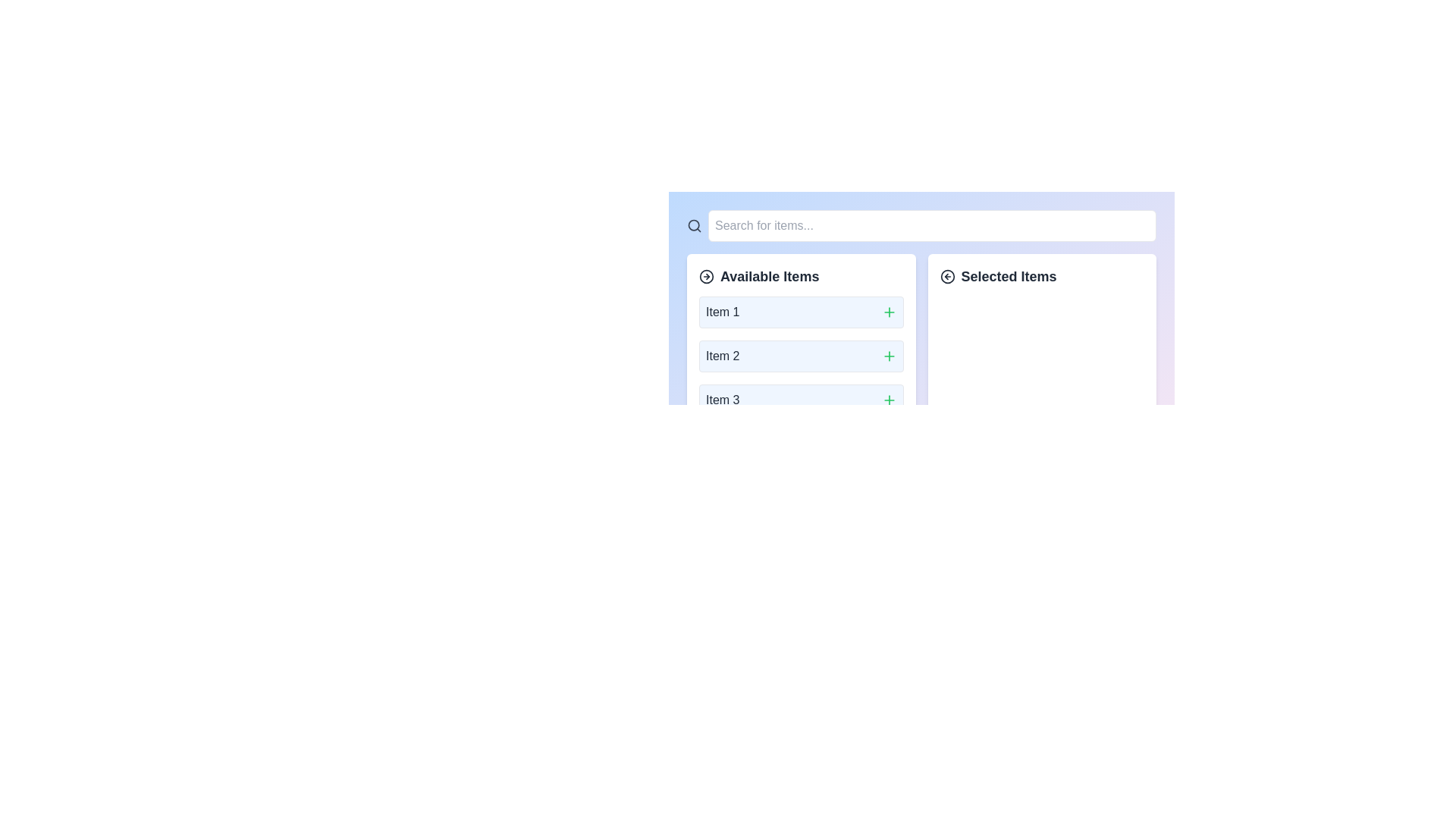  What do you see at coordinates (800, 356) in the screenshot?
I see `the second list item in the 'Available Items' section to interact with the hover effects` at bounding box center [800, 356].